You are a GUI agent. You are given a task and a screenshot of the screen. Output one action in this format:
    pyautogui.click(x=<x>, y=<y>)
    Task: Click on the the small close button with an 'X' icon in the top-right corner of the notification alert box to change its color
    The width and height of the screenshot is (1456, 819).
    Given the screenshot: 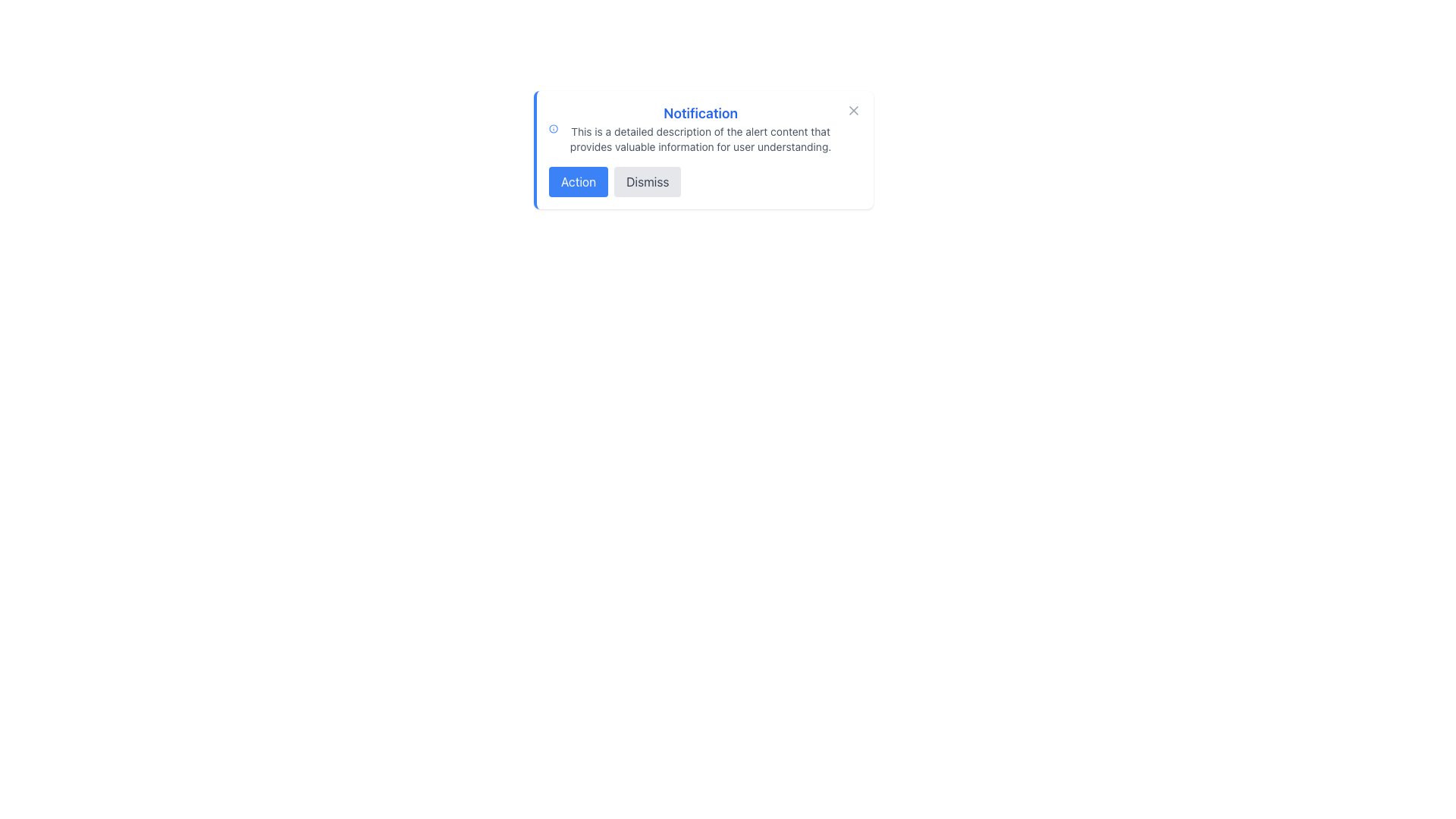 What is the action you would take?
    pyautogui.click(x=854, y=110)
    